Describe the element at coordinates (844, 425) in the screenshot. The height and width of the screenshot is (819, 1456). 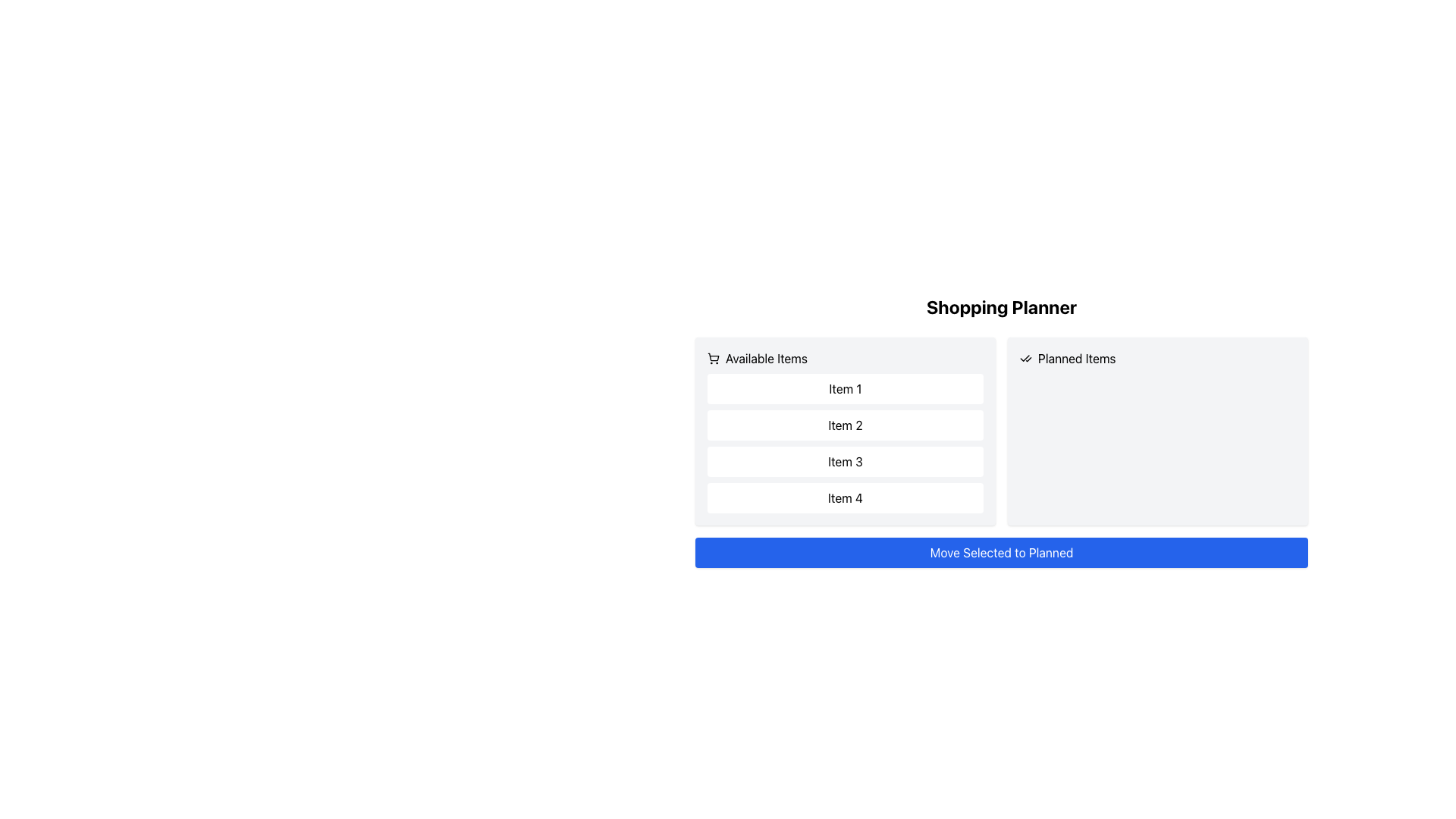
I see `the 'Item 2' button in the 'Available Items' section of the 'Shopping Planner' interface` at that location.